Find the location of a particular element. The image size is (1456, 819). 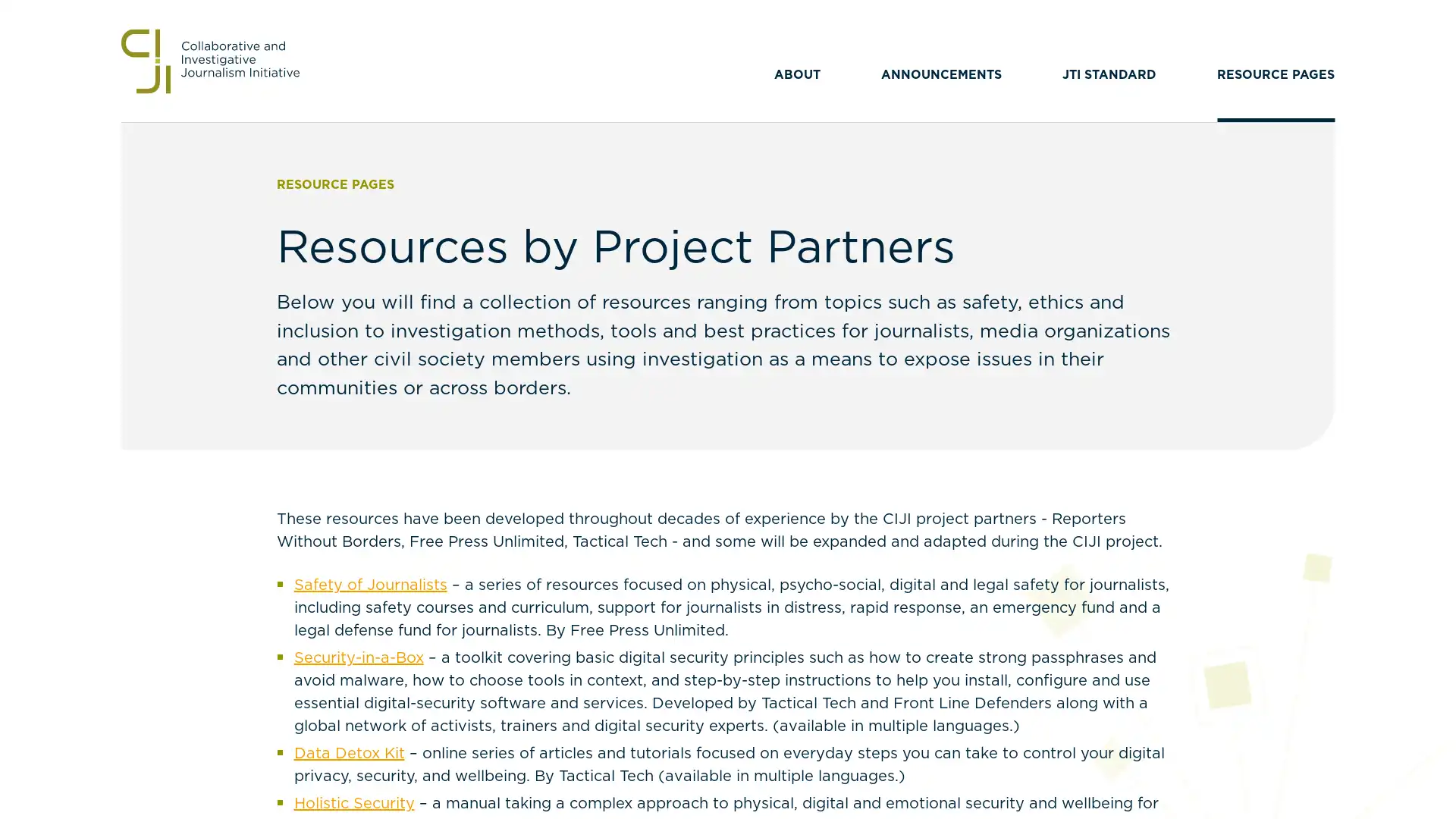

Deny is located at coordinates (726, 514).